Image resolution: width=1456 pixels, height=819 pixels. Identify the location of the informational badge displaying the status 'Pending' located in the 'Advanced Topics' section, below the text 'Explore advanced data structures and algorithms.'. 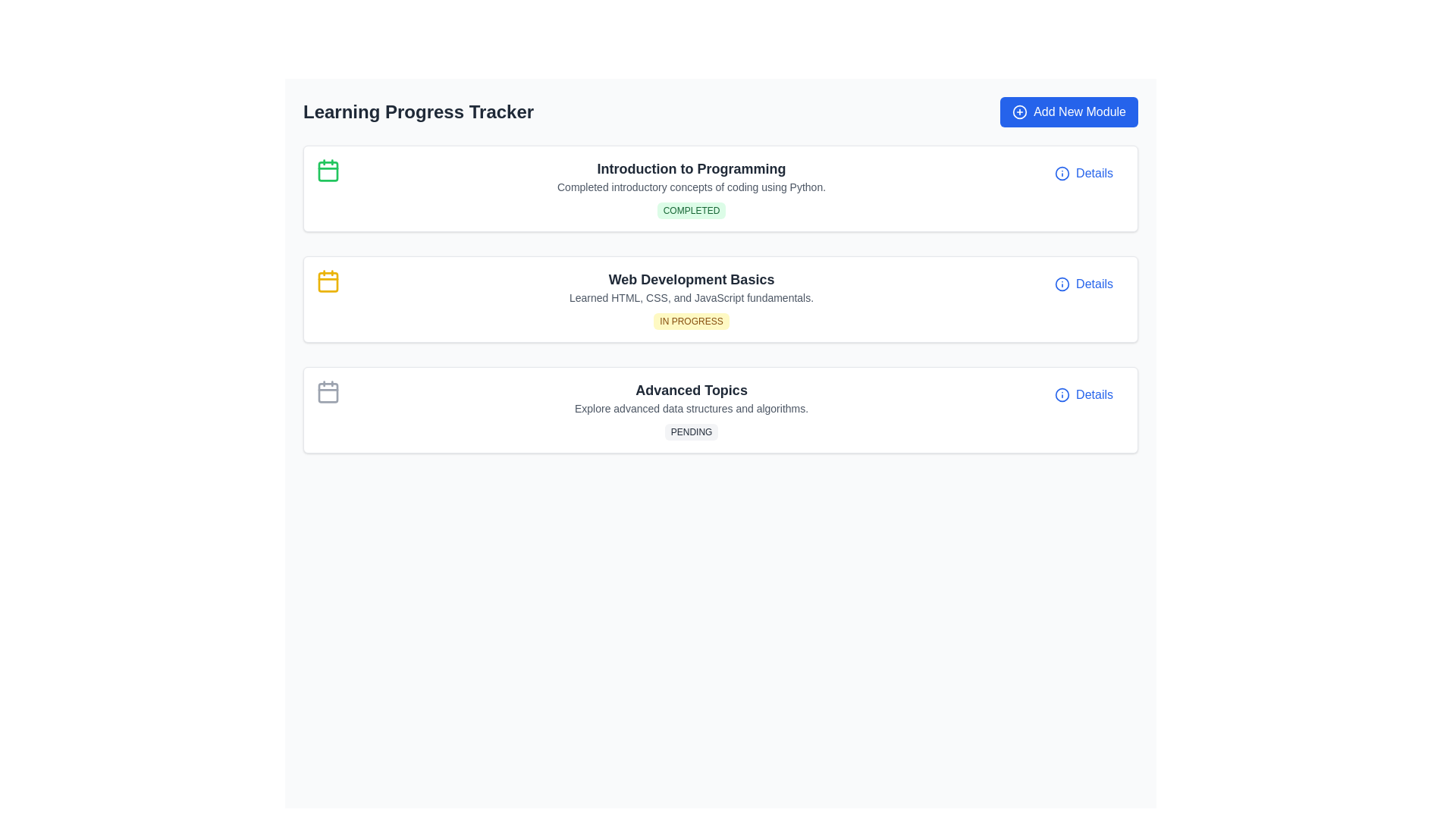
(691, 432).